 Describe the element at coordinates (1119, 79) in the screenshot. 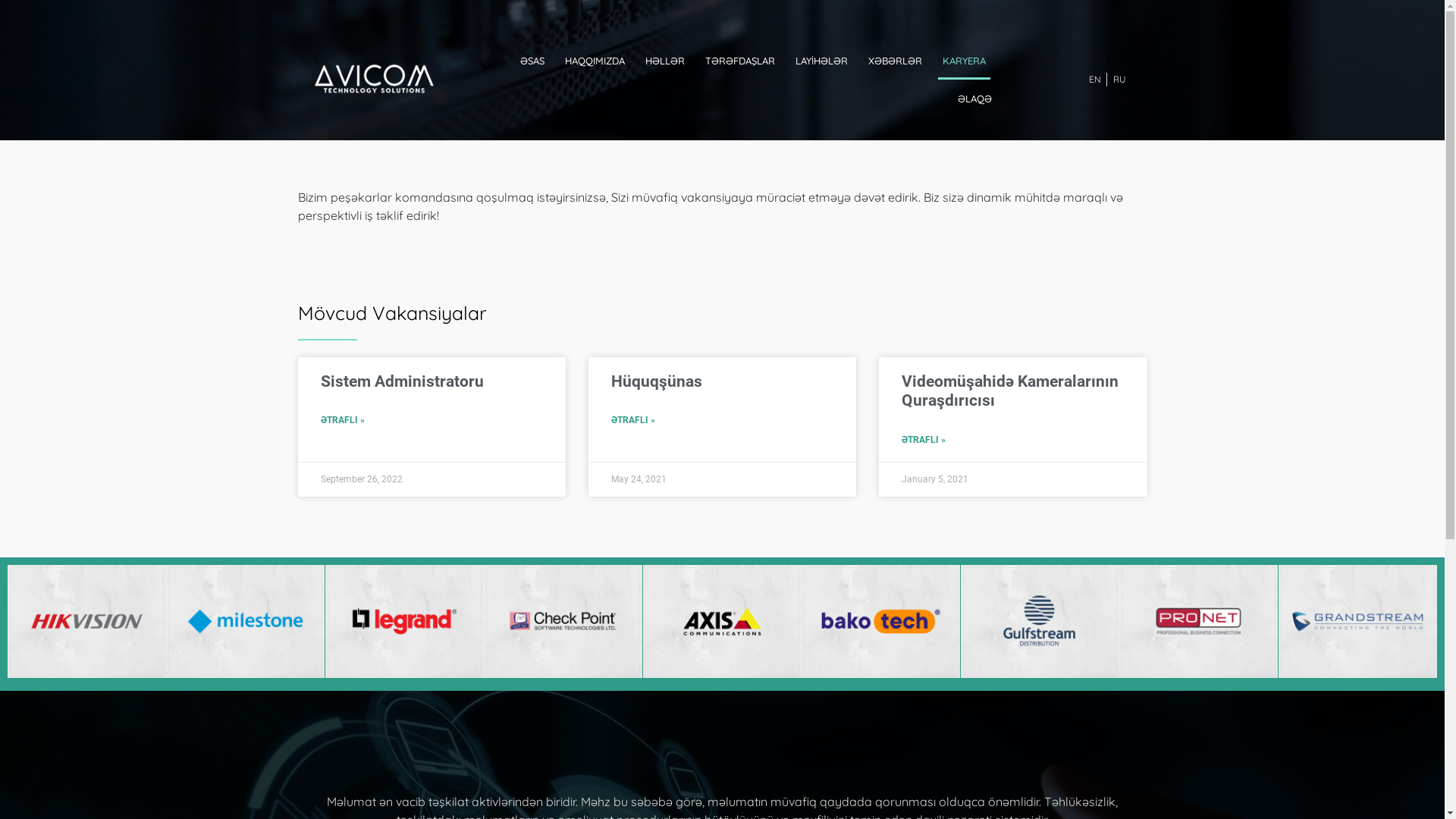

I see `'RU'` at that location.